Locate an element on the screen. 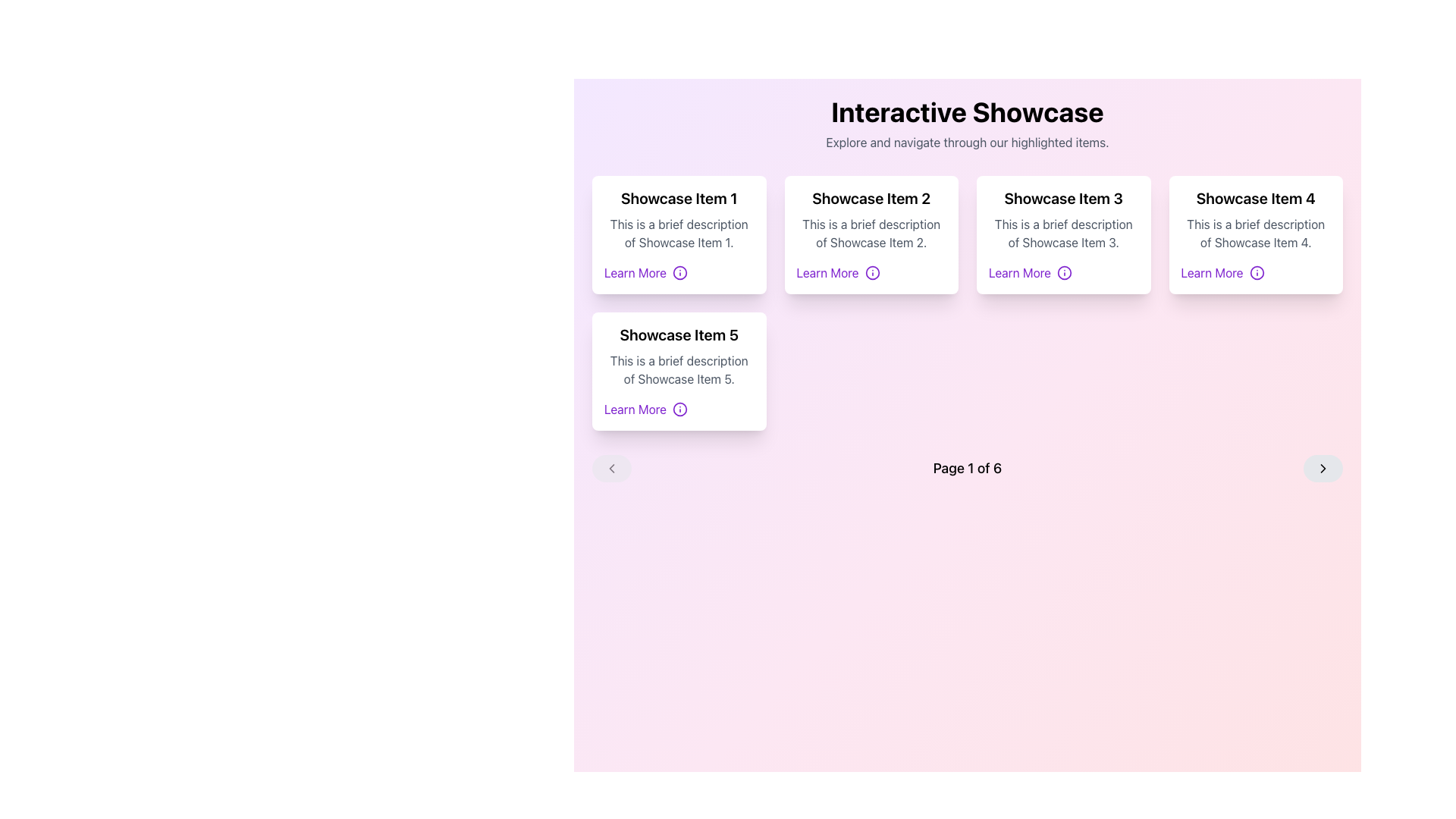 Image resolution: width=1456 pixels, height=819 pixels. the Text Label providing supplementary information for Showcase Item 5, located in the second row, first column of the grid layout is located at coordinates (678, 370).